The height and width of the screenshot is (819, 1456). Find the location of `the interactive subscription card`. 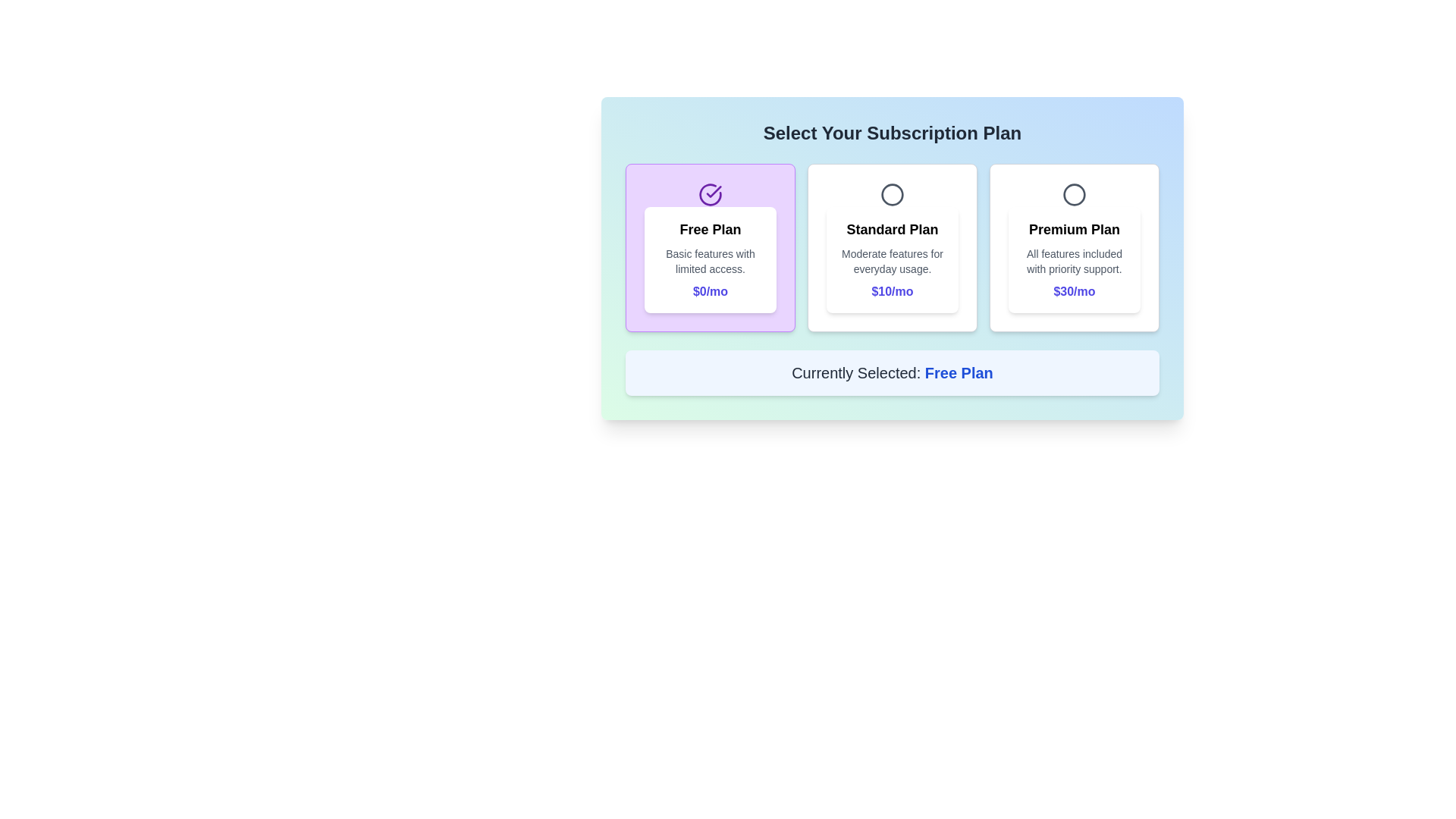

the interactive subscription card is located at coordinates (892, 257).